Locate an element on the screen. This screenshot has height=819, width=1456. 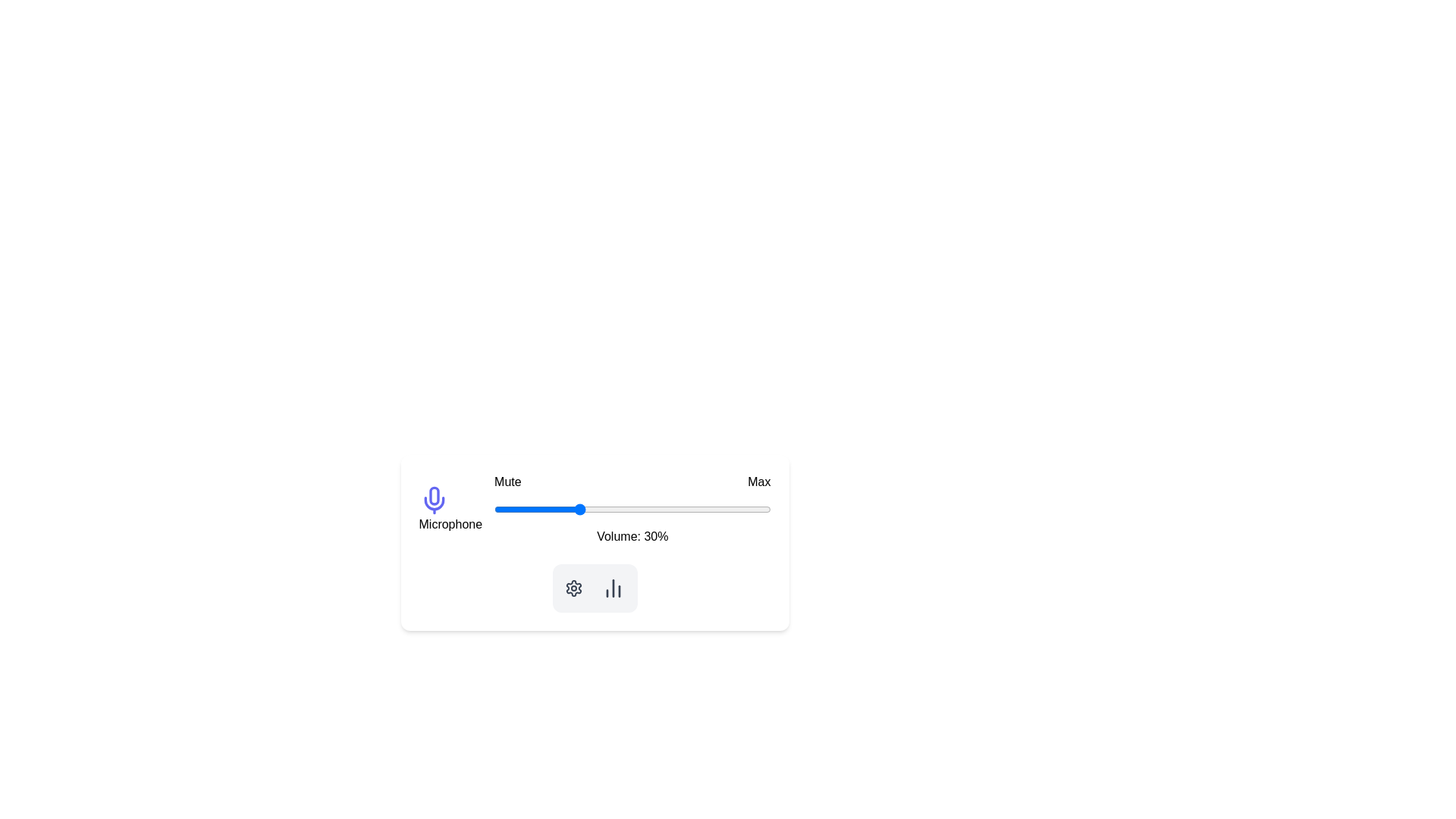
the volume slider to set the volume to 83% is located at coordinates (723, 509).